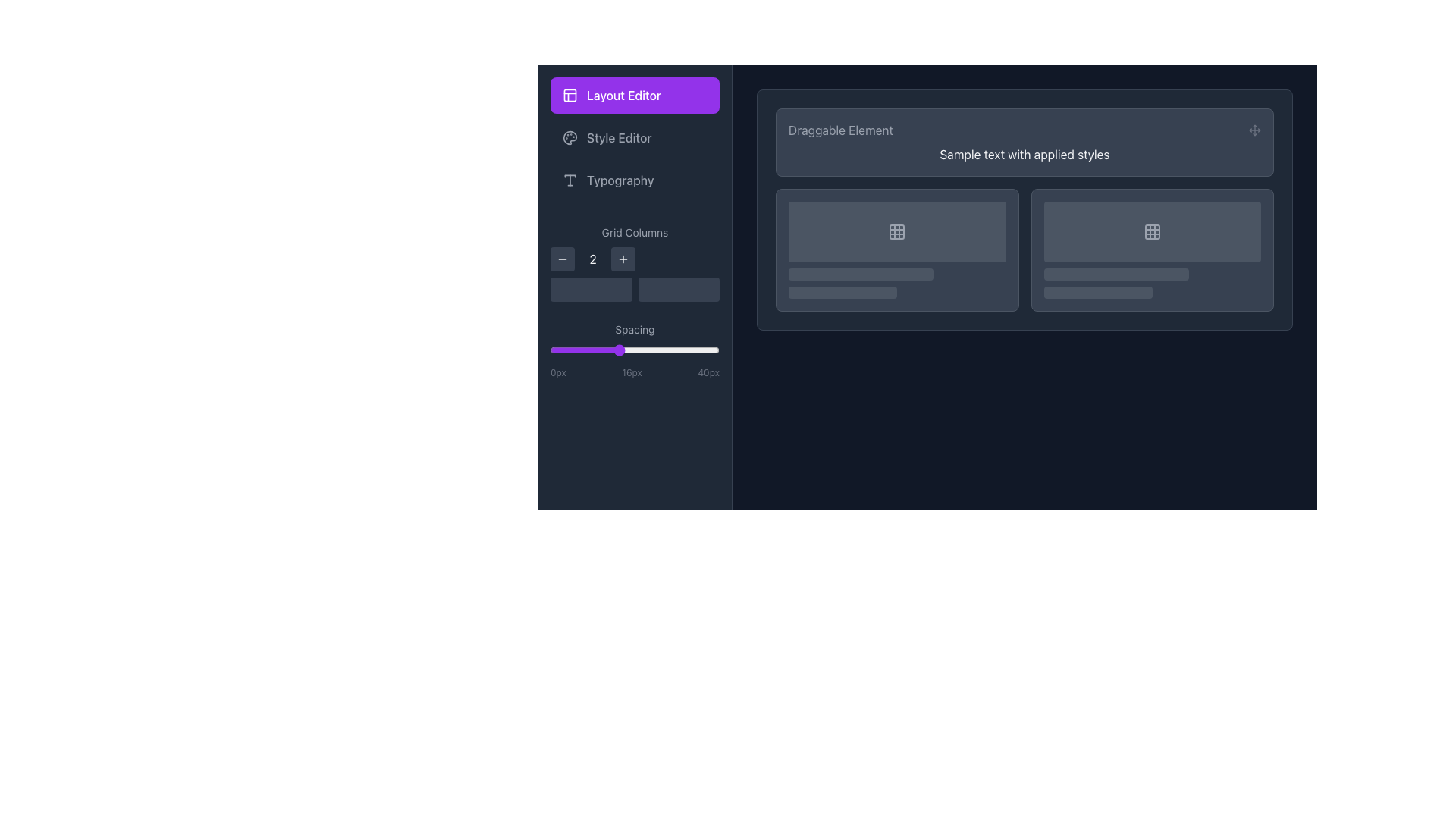  Describe the element at coordinates (623, 259) in the screenshot. I see `the button located to the right of the numerical input field labeled 'Grid Columns' to increase the grid column count` at that location.